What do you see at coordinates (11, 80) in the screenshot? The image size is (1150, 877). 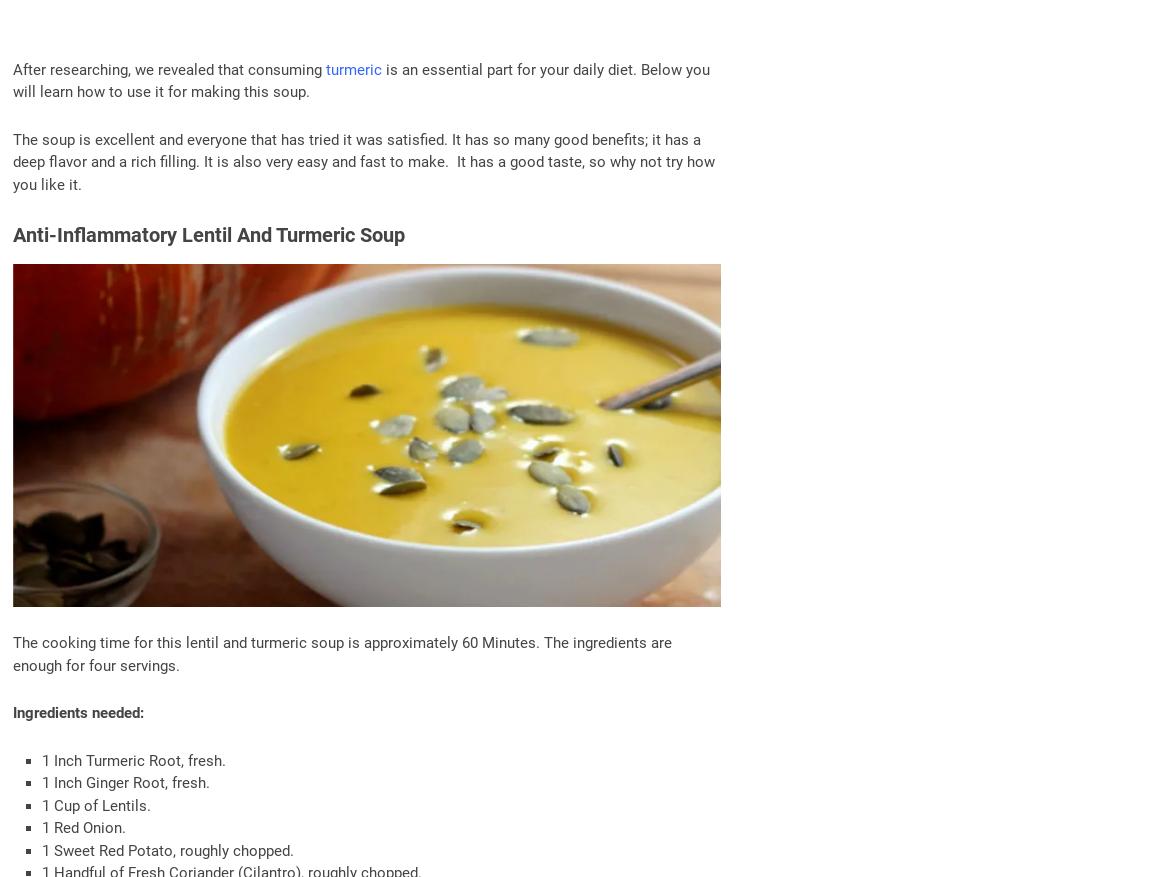 I see `'is an essential part for your daily diet. Below you will learn how to use it for making this soup.'` at bounding box center [11, 80].